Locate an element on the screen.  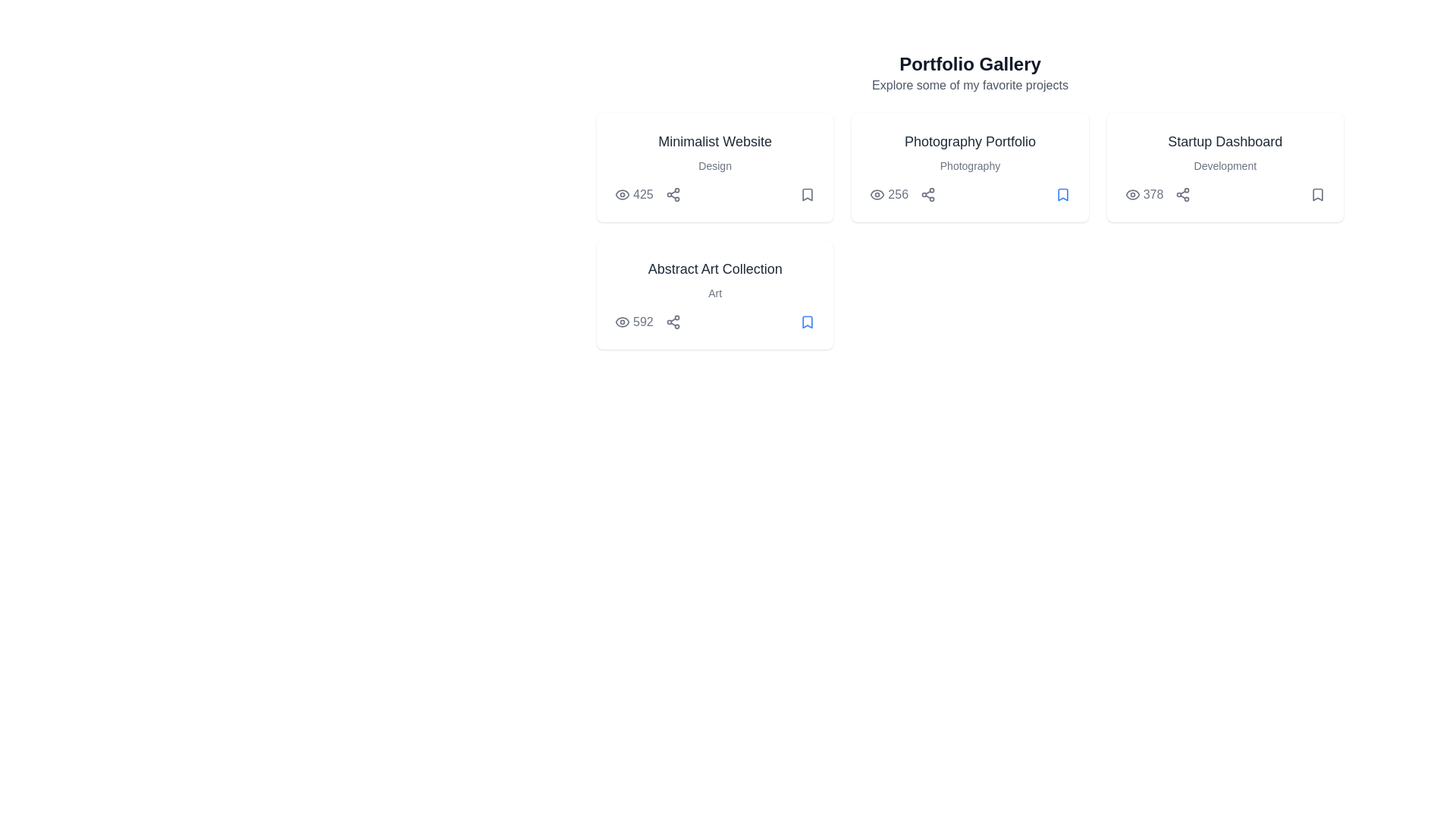
the text label displaying 'Art' in gray color, located below the main heading of the 'Abstract Art Collection' card is located at coordinates (714, 293).